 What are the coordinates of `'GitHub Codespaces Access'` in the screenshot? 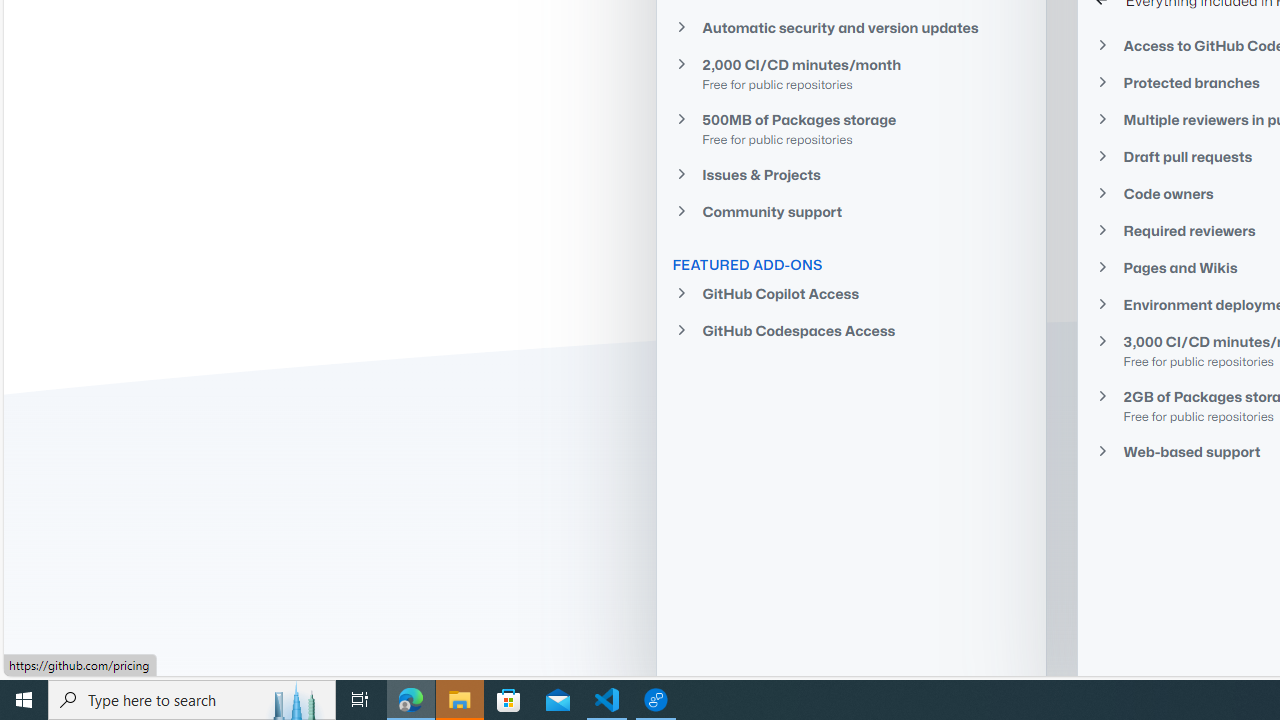 It's located at (851, 329).